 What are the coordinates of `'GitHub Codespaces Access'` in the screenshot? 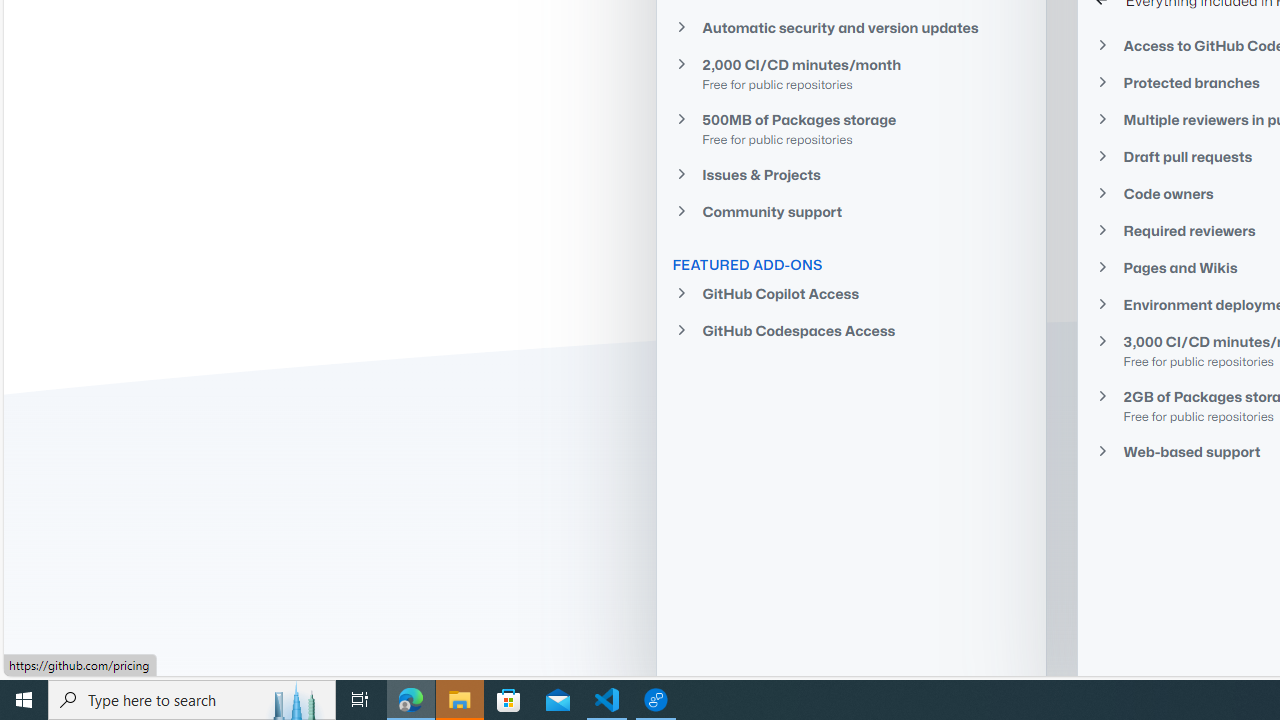 It's located at (851, 329).